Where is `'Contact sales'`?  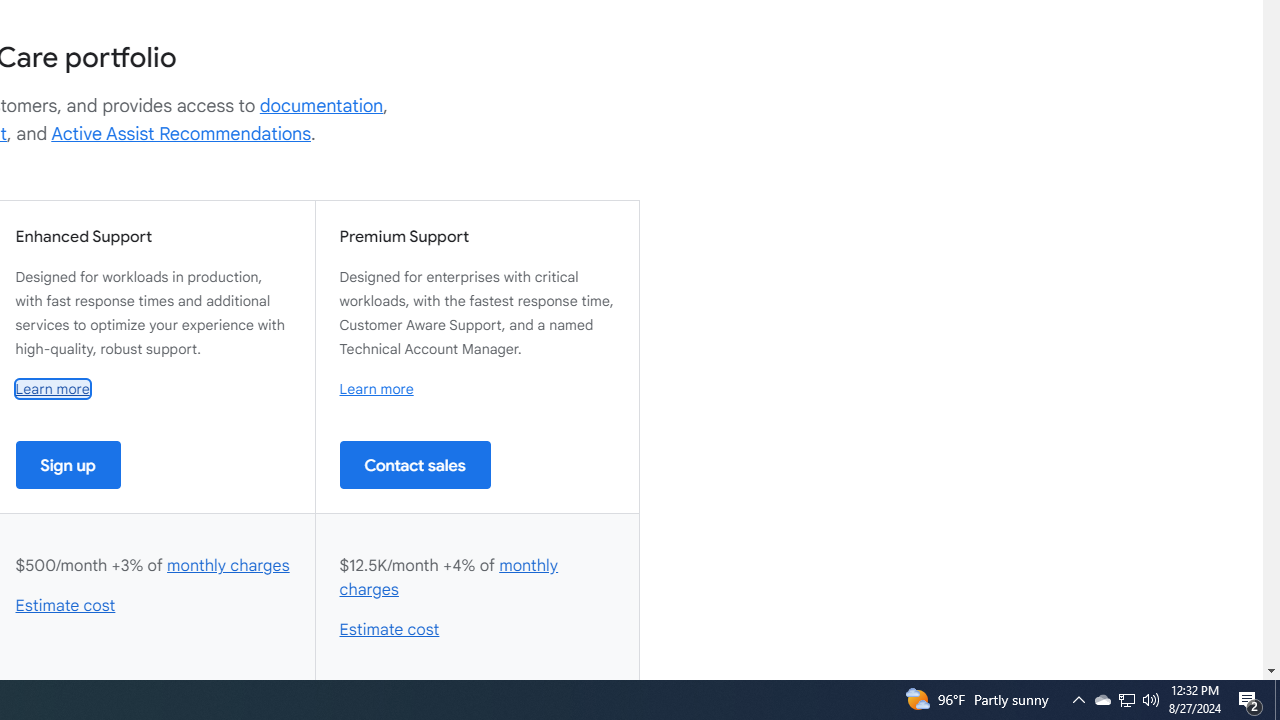
'Contact sales' is located at coordinates (414, 464).